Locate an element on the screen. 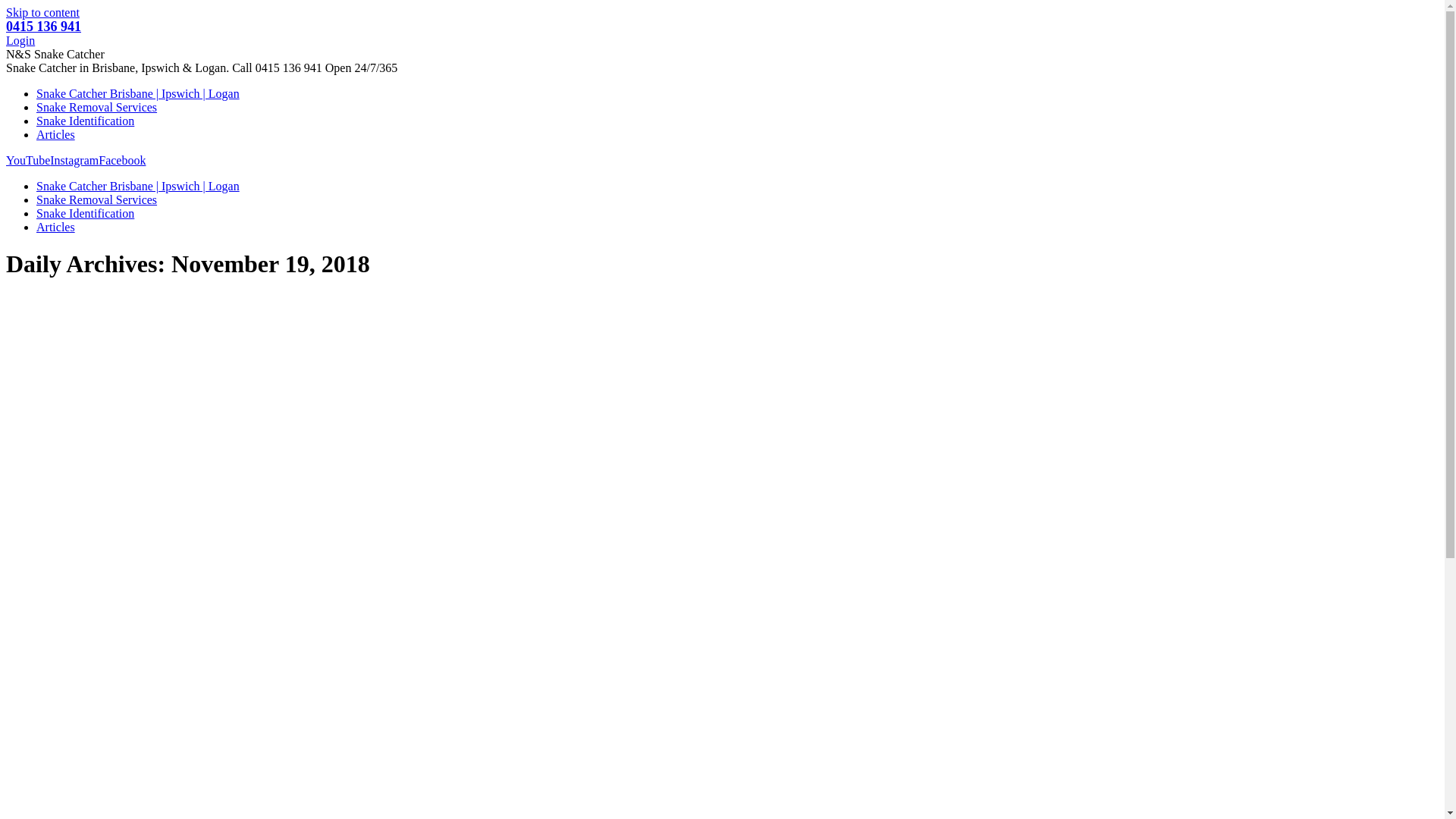 The width and height of the screenshot is (1456, 819). 'Snake Catcher Brisbane | Ipswich | Logan' is located at coordinates (138, 185).